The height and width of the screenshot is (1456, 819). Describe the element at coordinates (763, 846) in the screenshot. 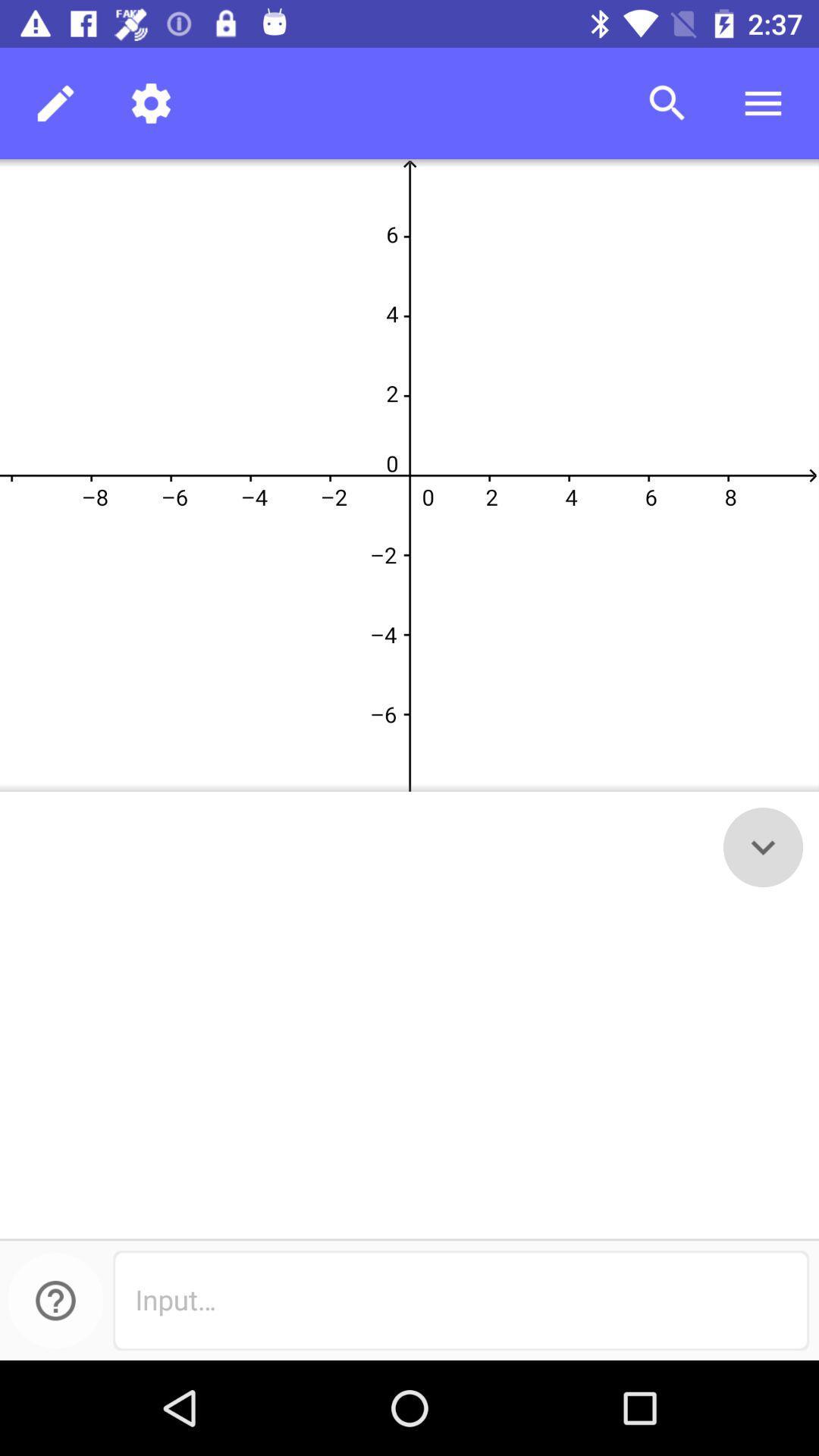

I see `the expand_more icon` at that location.